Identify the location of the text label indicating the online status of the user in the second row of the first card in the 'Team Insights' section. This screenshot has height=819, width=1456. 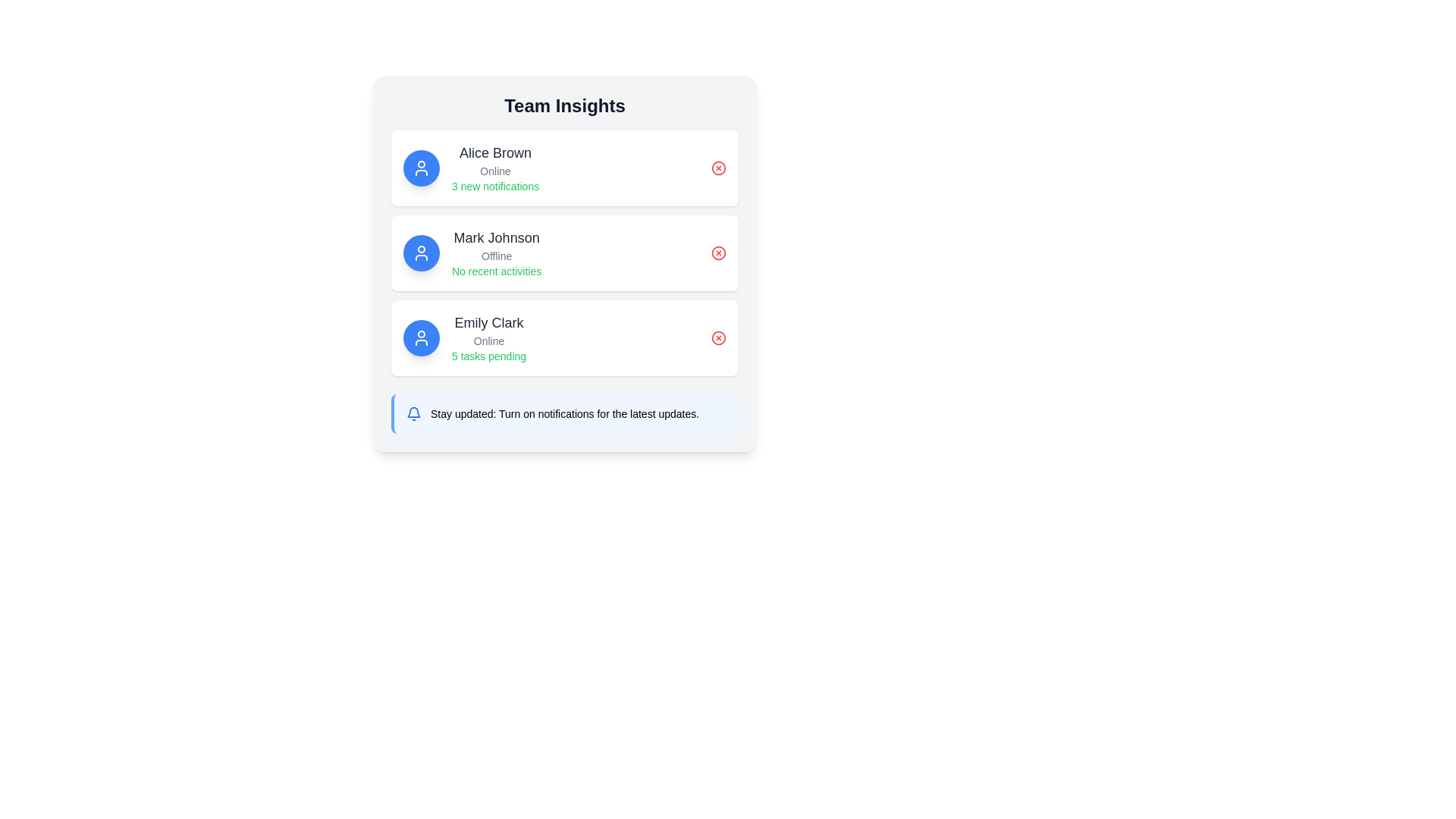
(495, 171).